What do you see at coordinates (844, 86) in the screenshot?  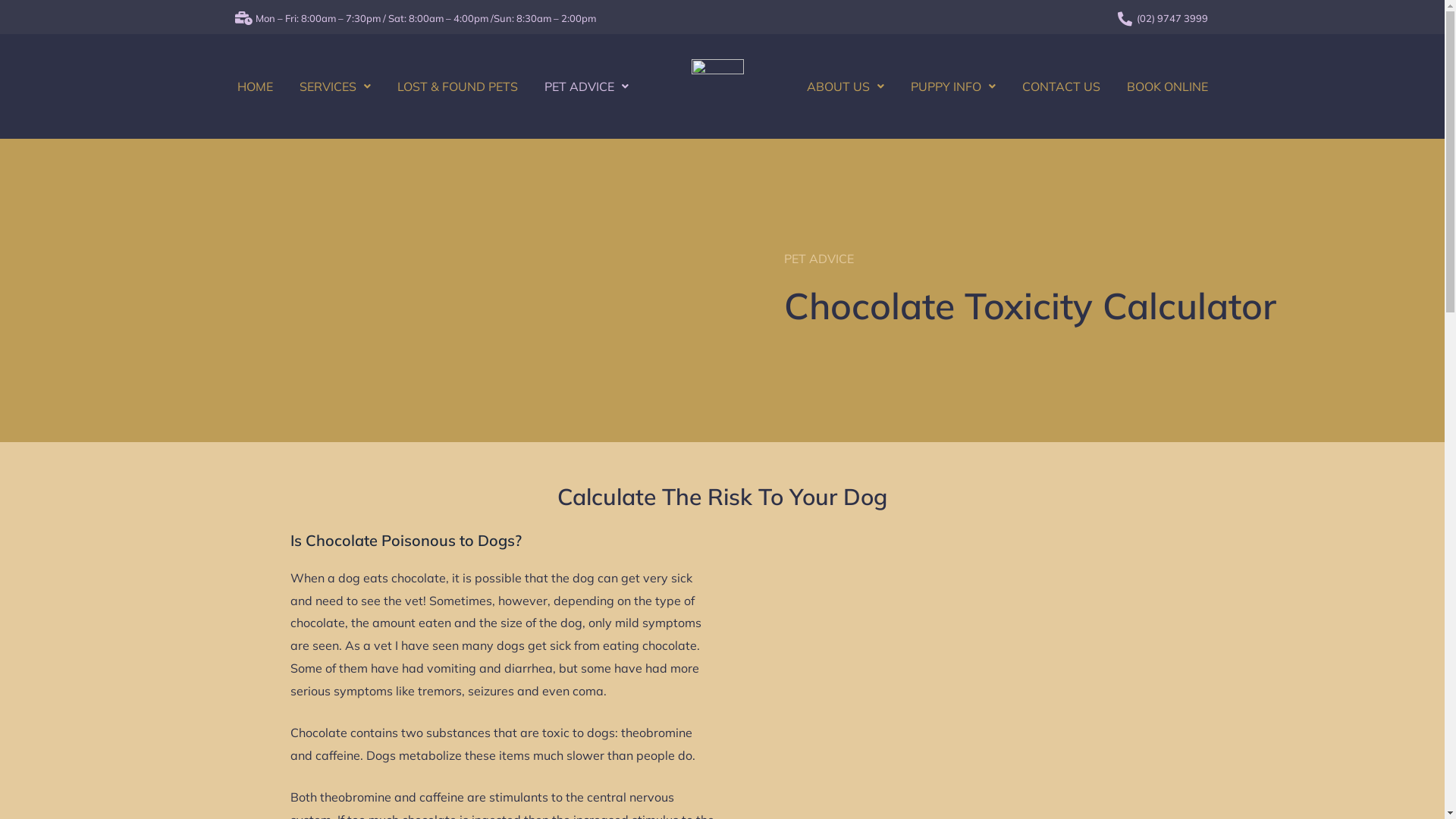 I see `'ABOUT US'` at bounding box center [844, 86].